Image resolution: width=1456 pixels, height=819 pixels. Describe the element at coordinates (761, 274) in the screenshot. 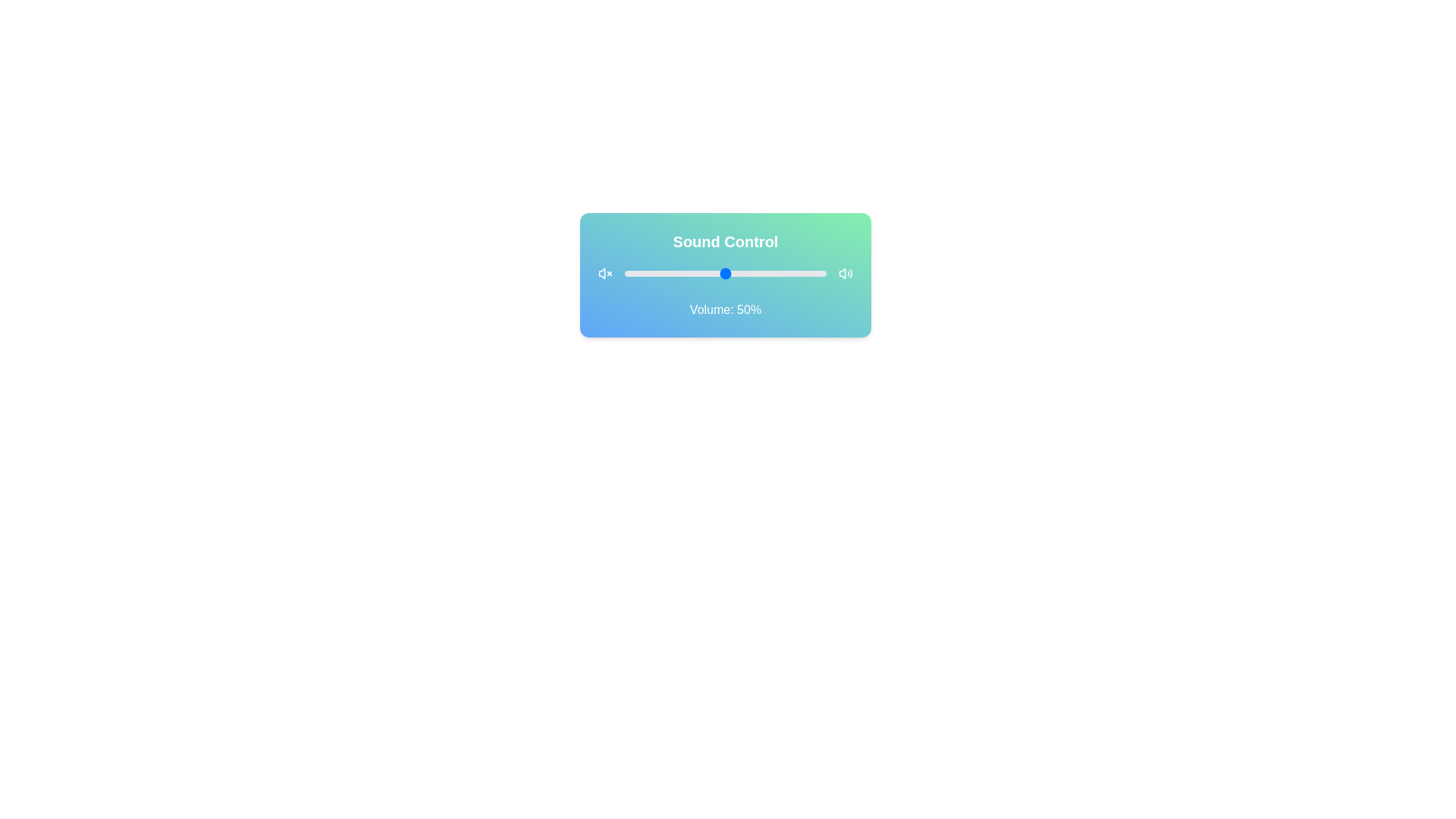

I see `the volume slider` at that location.